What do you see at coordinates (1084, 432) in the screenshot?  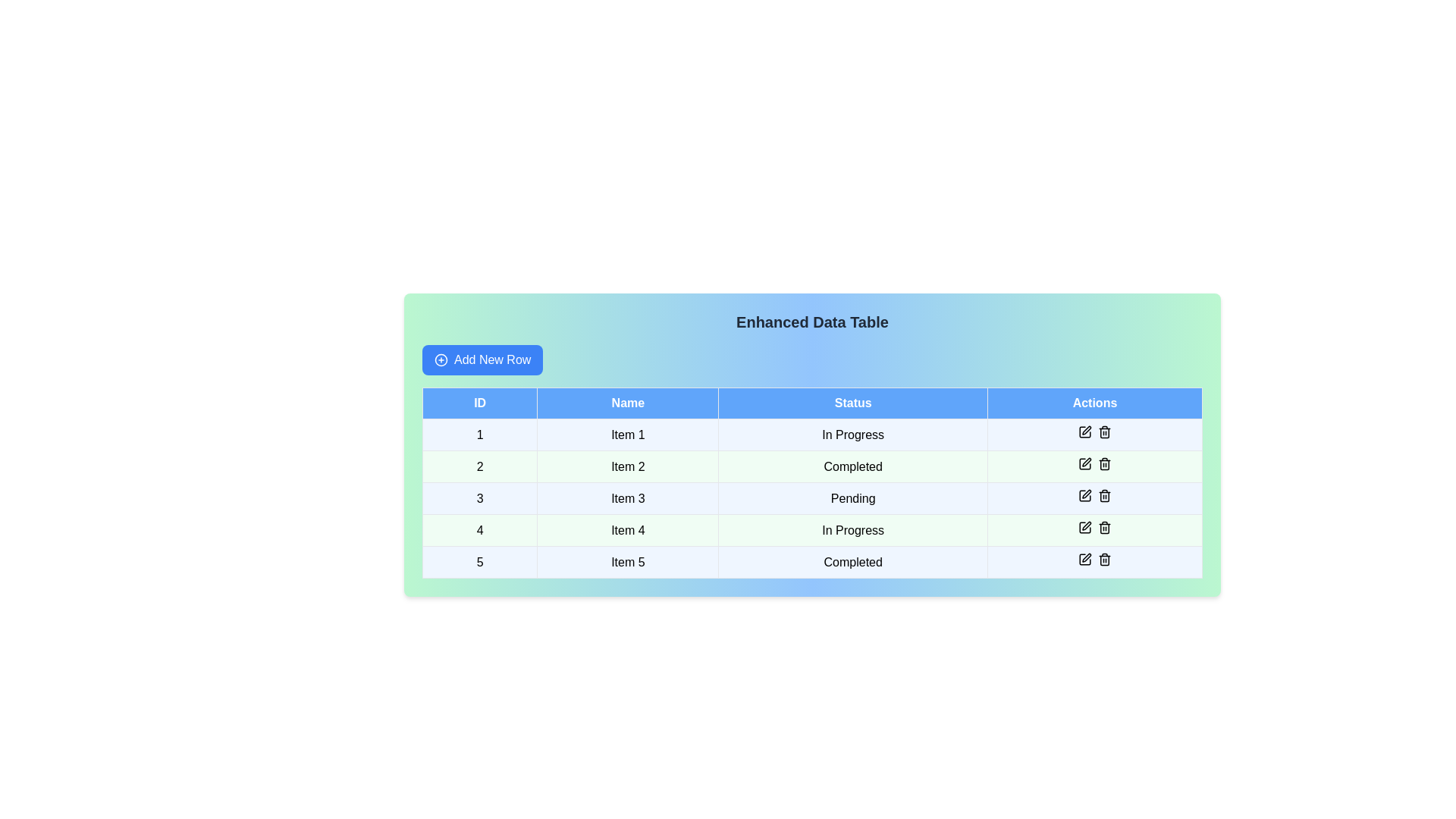 I see `the first icon button in the Actions column of the first row of the table to observe visual feedback` at bounding box center [1084, 432].